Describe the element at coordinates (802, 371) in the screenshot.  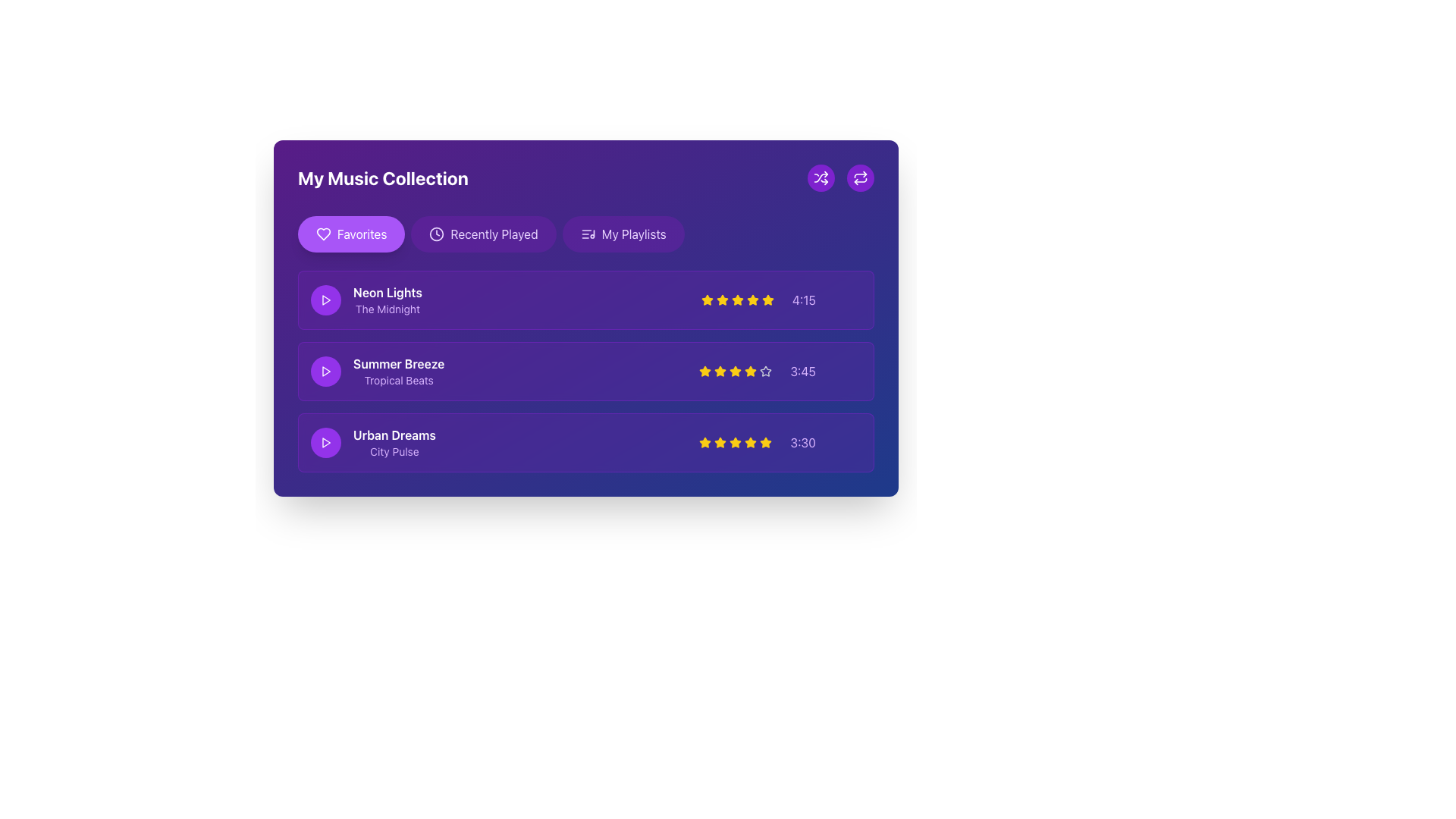
I see `the text label displaying the time duration '3:45', which is light purple and located on the right end of the second row in the music playlist interface` at that location.